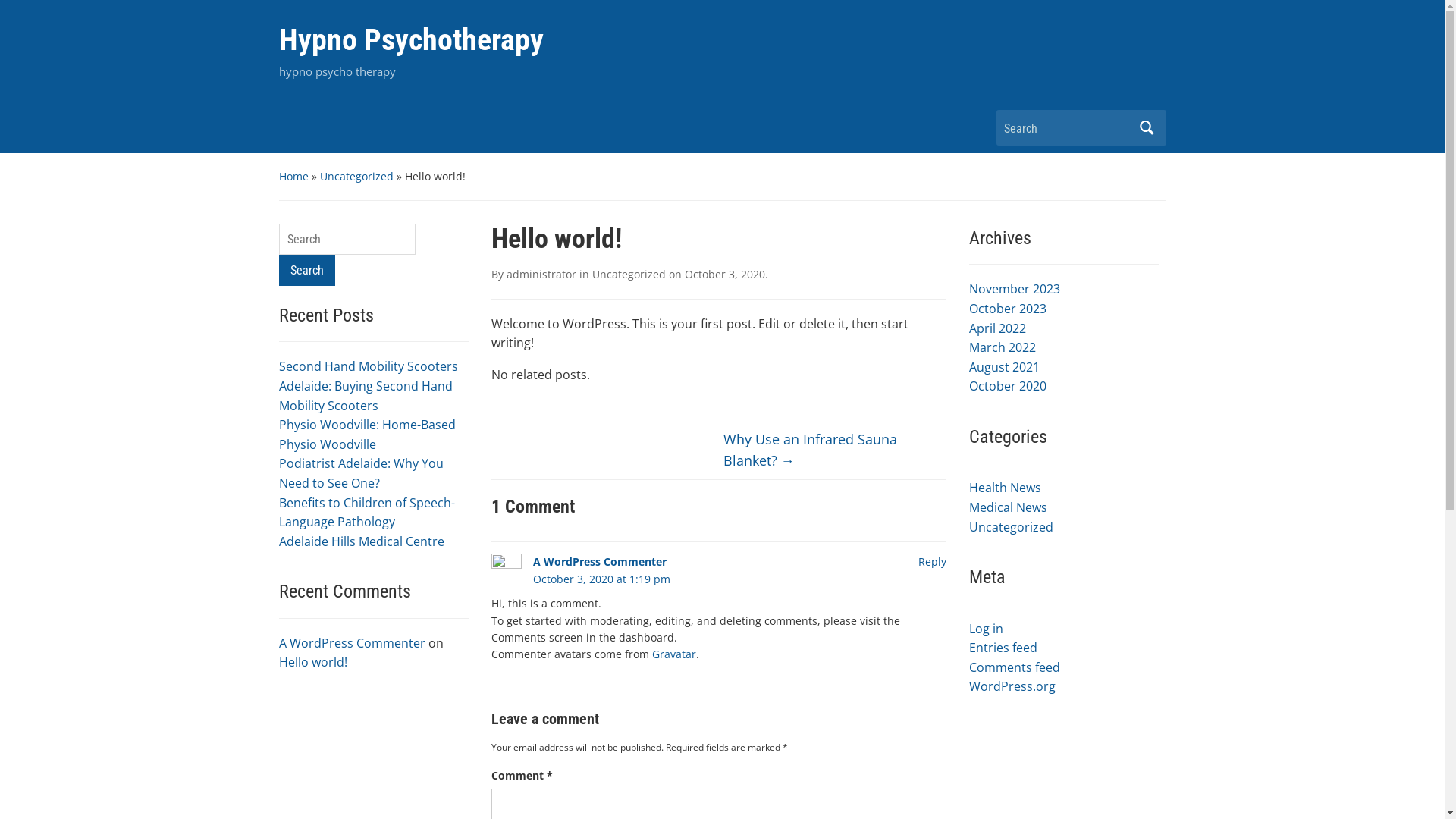 This screenshot has height=819, width=1456. What do you see at coordinates (356, 175) in the screenshot?
I see `'Uncategorized'` at bounding box center [356, 175].